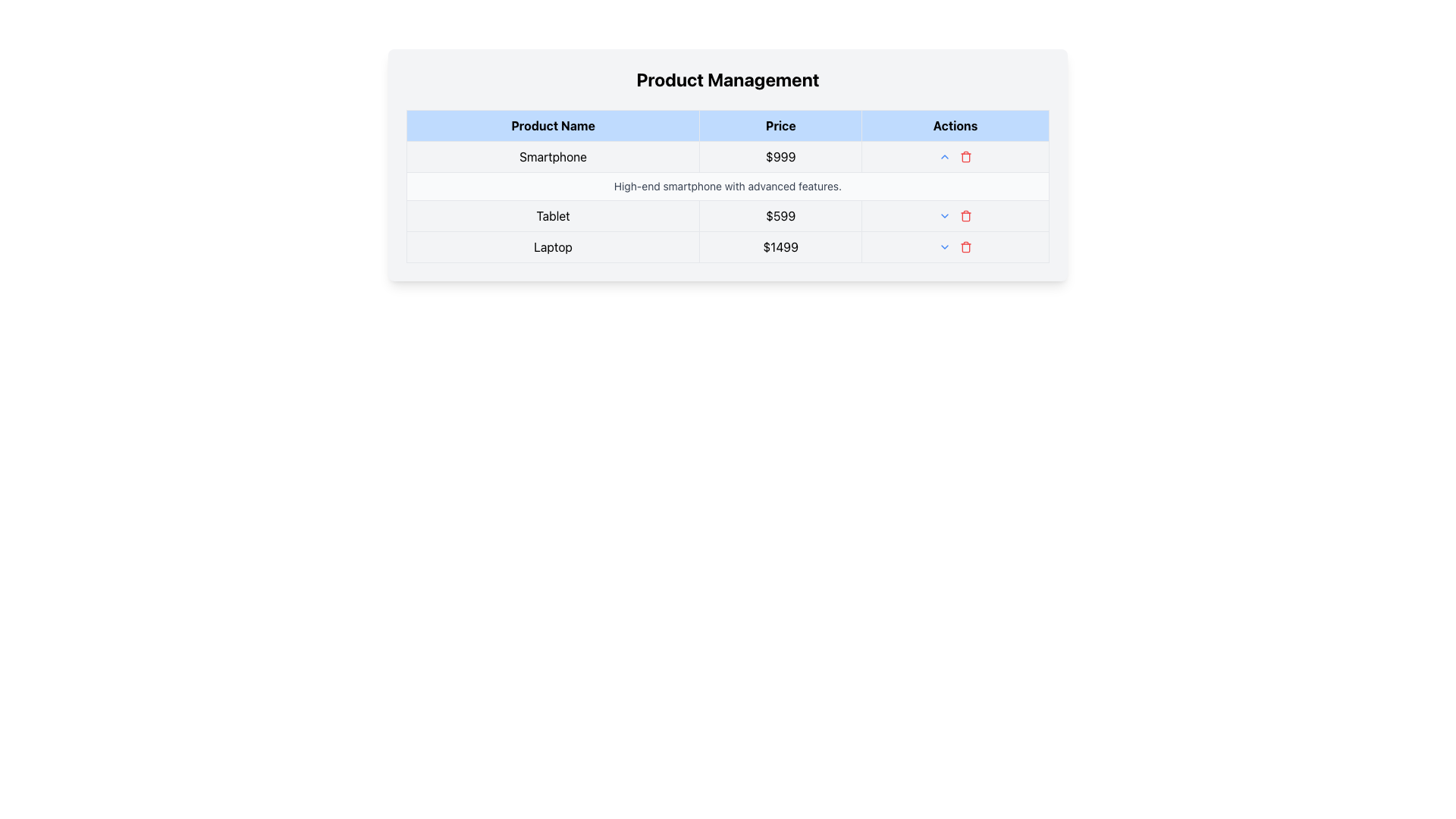 The width and height of the screenshot is (1456, 819). Describe the element at coordinates (780, 246) in the screenshot. I see `the price text label for the 'Laptop' product located in the last row of the table under the 'Price' column, positioned between the 'Laptop' cell and the actions column` at that location.